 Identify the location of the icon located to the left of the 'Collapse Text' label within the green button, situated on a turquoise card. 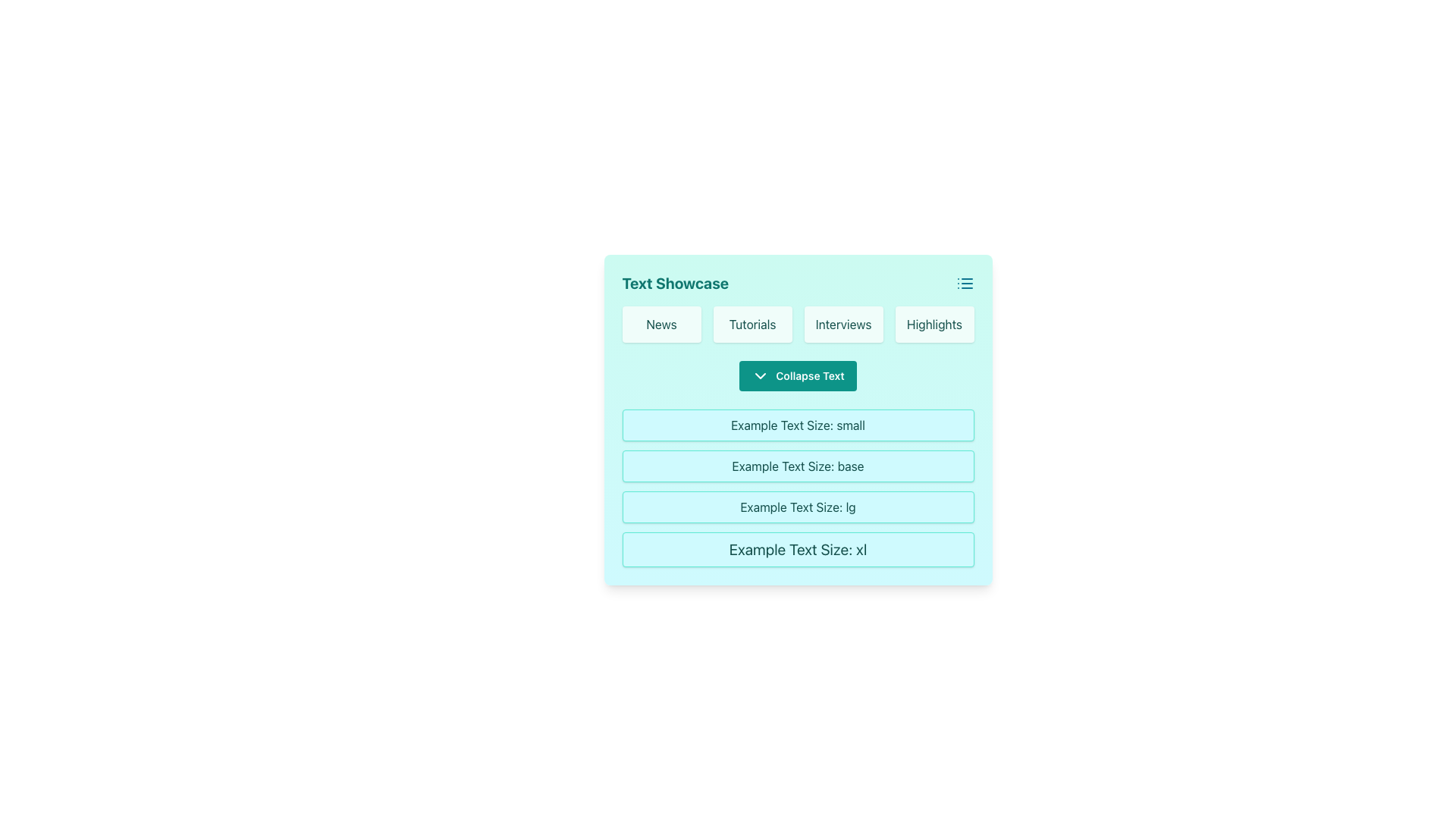
(761, 375).